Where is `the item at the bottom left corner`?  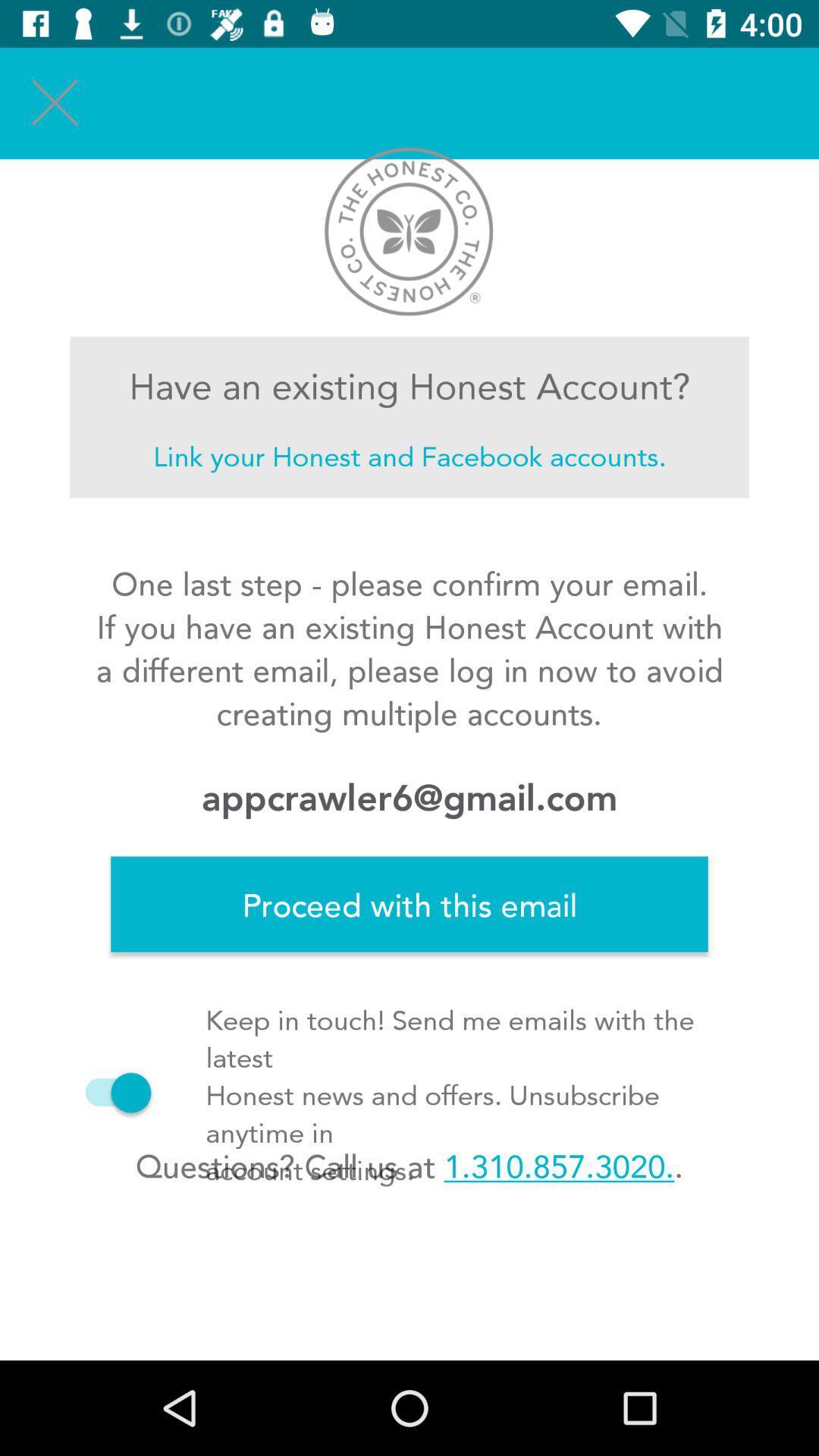
the item at the bottom left corner is located at coordinates (110, 1092).